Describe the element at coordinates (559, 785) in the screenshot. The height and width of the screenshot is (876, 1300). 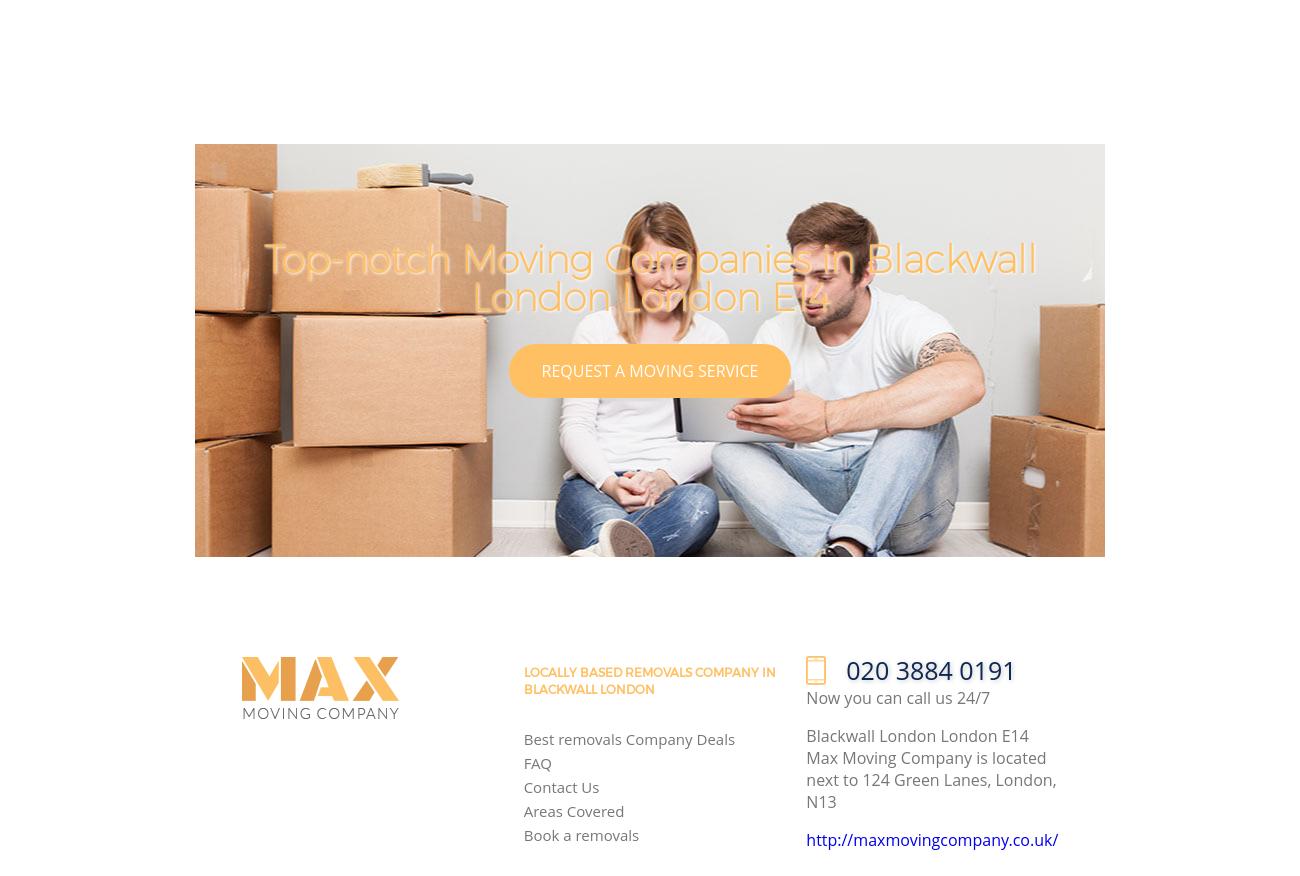
I see `'Contact Us'` at that location.